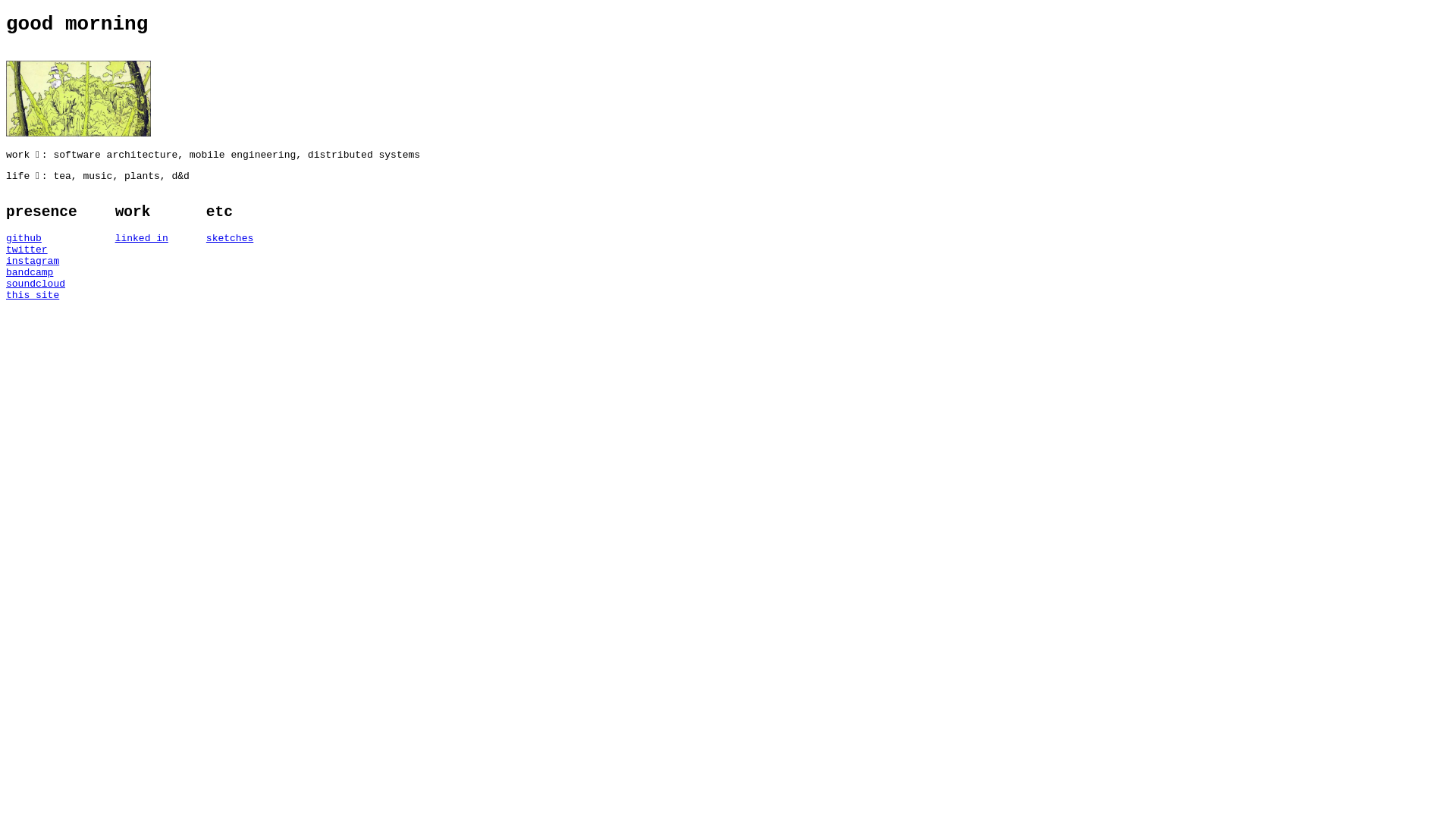  I want to click on 'twitter', so click(41, 249).